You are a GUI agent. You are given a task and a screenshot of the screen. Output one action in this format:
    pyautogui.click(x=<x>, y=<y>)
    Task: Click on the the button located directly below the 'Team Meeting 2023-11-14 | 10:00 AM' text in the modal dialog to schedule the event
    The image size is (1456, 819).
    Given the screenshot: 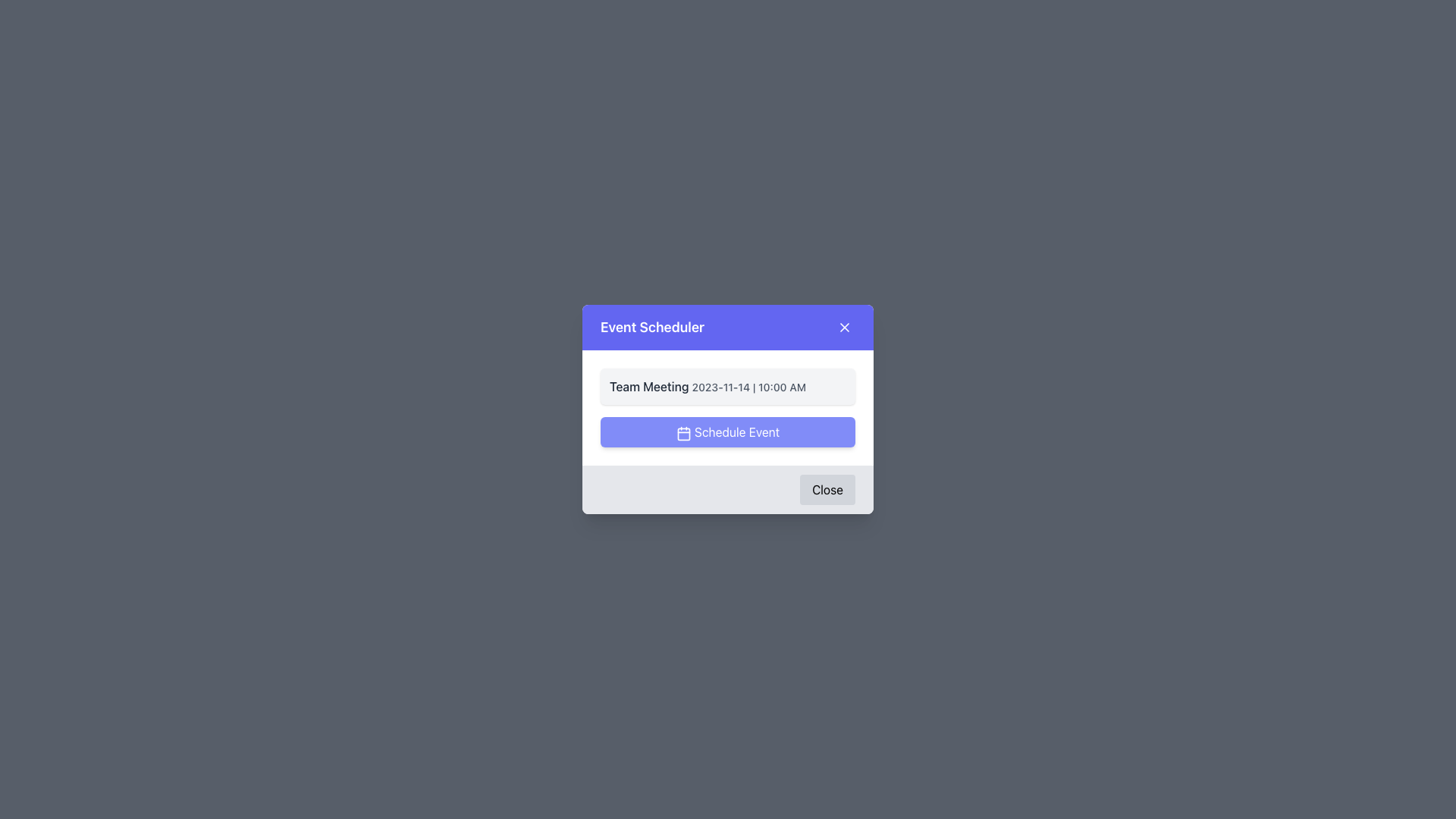 What is the action you would take?
    pyautogui.click(x=728, y=432)
    